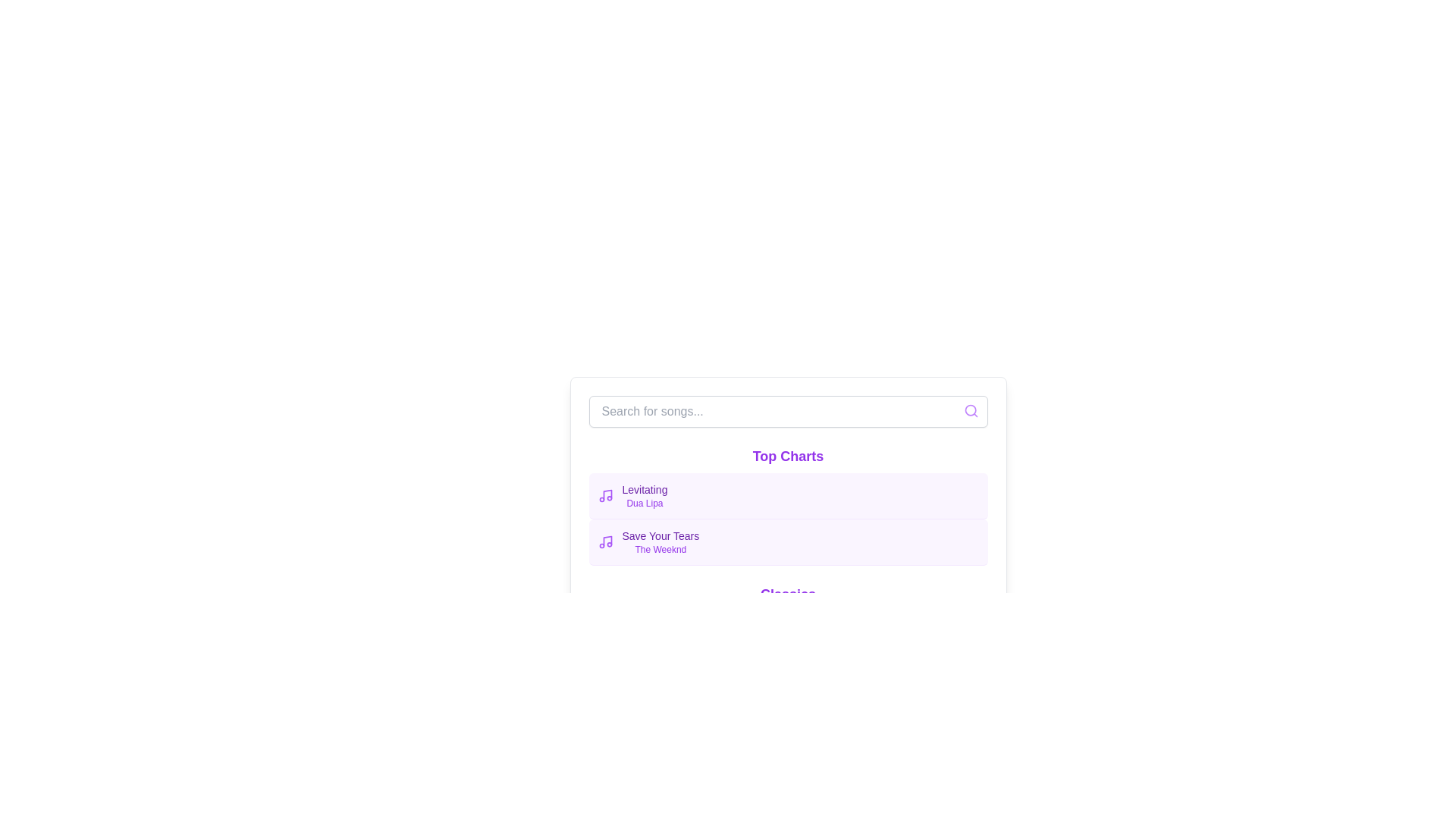 This screenshot has width=1456, height=819. What do you see at coordinates (788, 593) in the screenshot?
I see `the text label displaying 'Classics', which is styled in bold purple font and located at the bottom of the 'Top Charts' list` at bounding box center [788, 593].